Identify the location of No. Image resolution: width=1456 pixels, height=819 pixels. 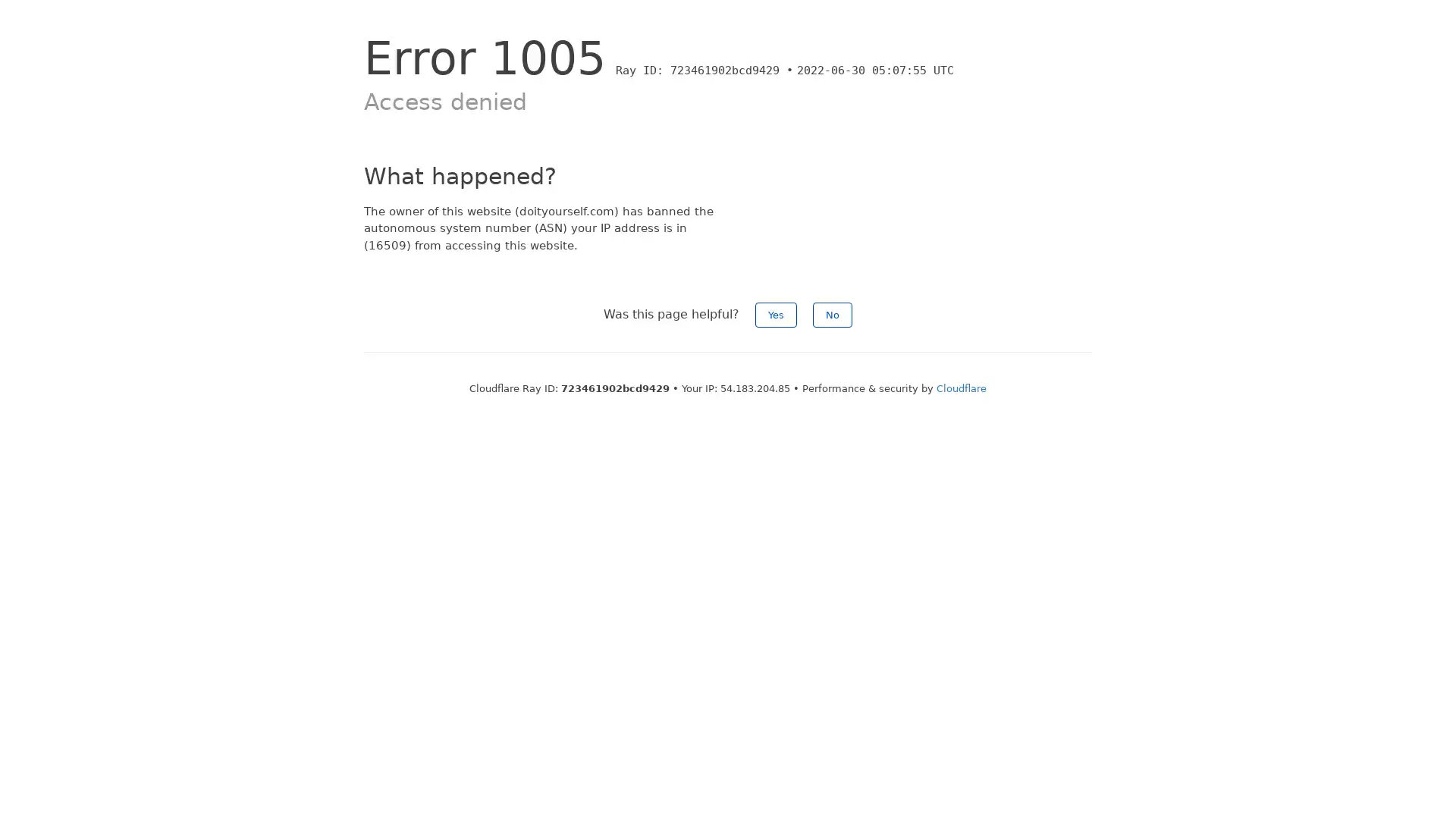
(832, 314).